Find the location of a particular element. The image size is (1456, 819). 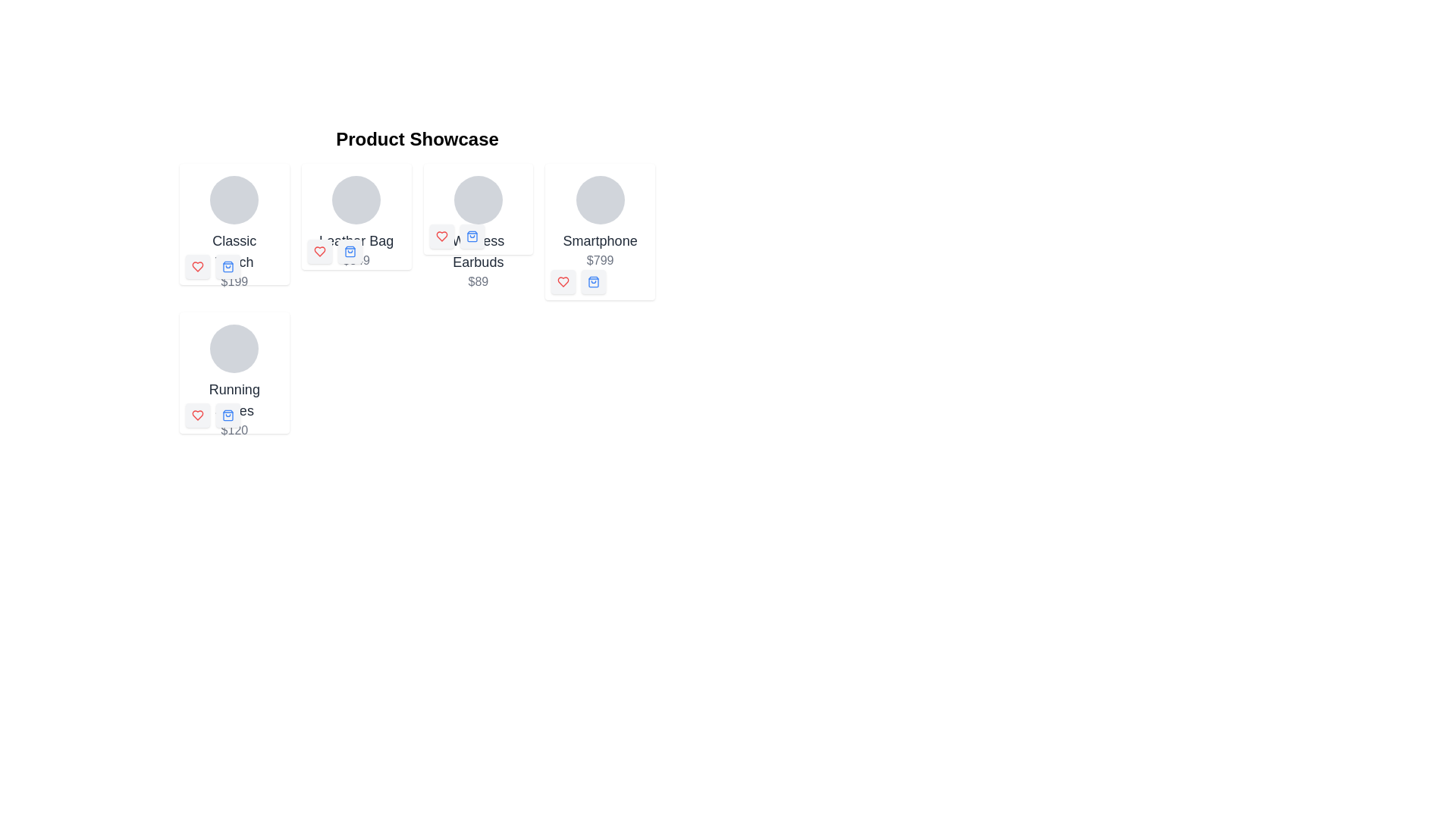

the circular placeholder representing the 'Running Shoes' product, located near the top-center of the 'Running Shoes' card in the grid layout is located at coordinates (234, 348).